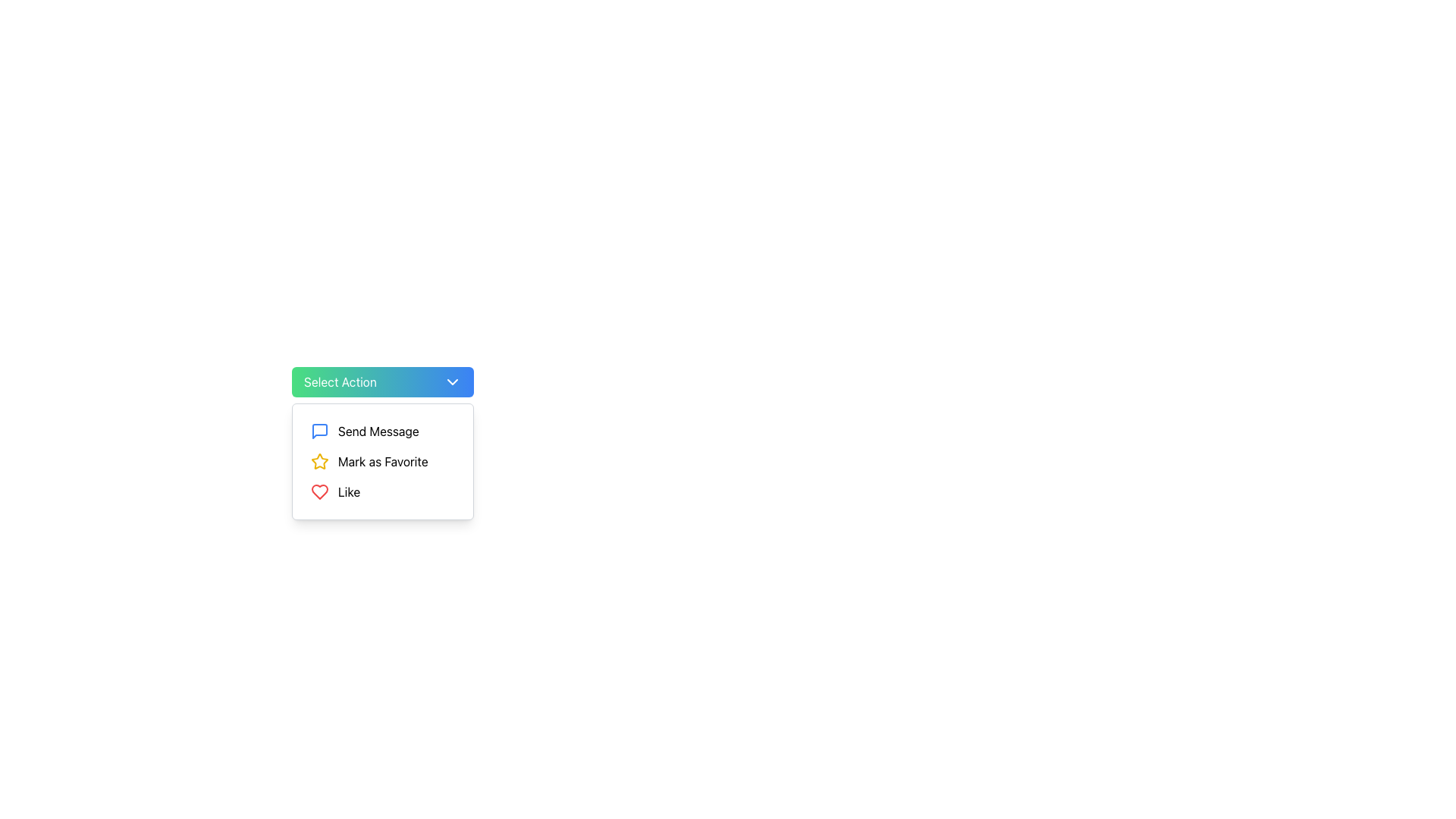  What do you see at coordinates (451, 381) in the screenshot?
I see `the chevron icon located at the far-right of the 'Select Action' button to trigger hover-based styles` at bounding box center [451, 381].